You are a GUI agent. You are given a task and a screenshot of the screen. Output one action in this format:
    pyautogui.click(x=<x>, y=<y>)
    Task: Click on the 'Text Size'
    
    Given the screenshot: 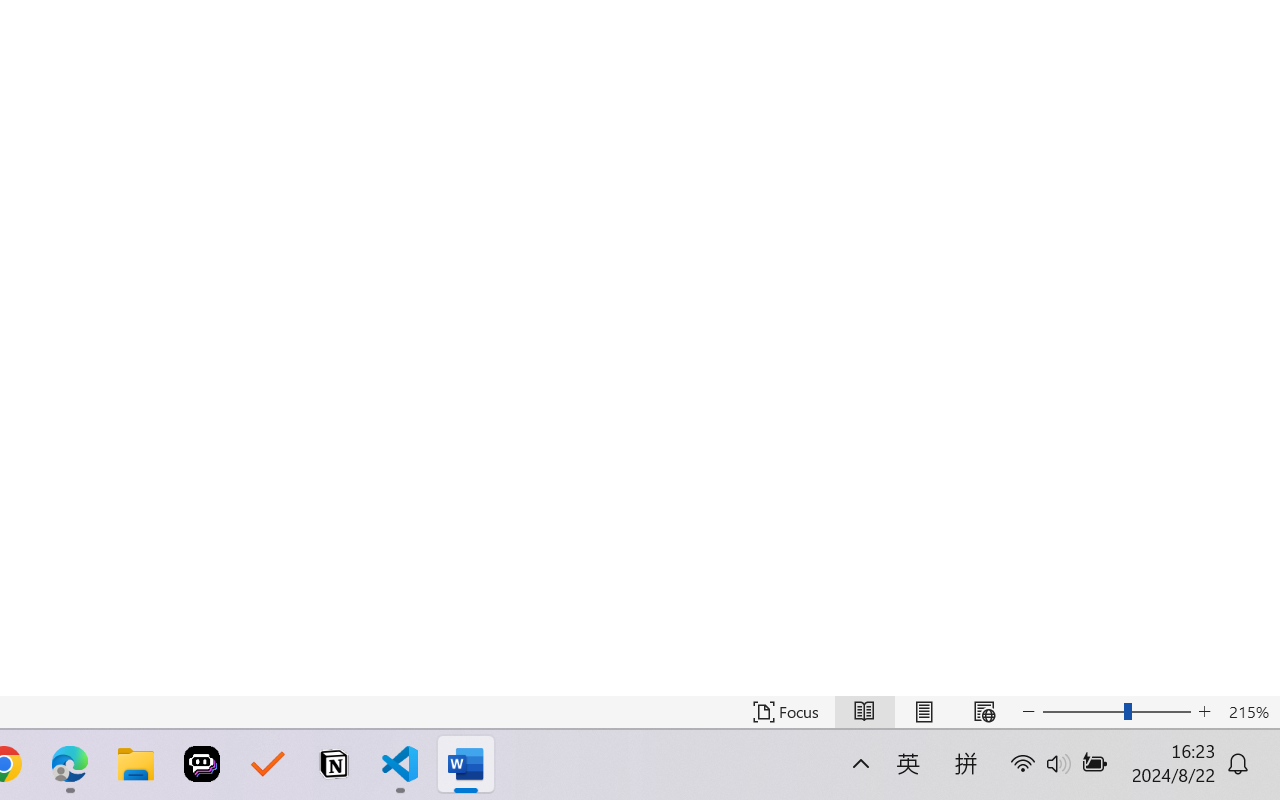 What is the action you would take?
    pyautogui.click(x=1115, y=711)
    